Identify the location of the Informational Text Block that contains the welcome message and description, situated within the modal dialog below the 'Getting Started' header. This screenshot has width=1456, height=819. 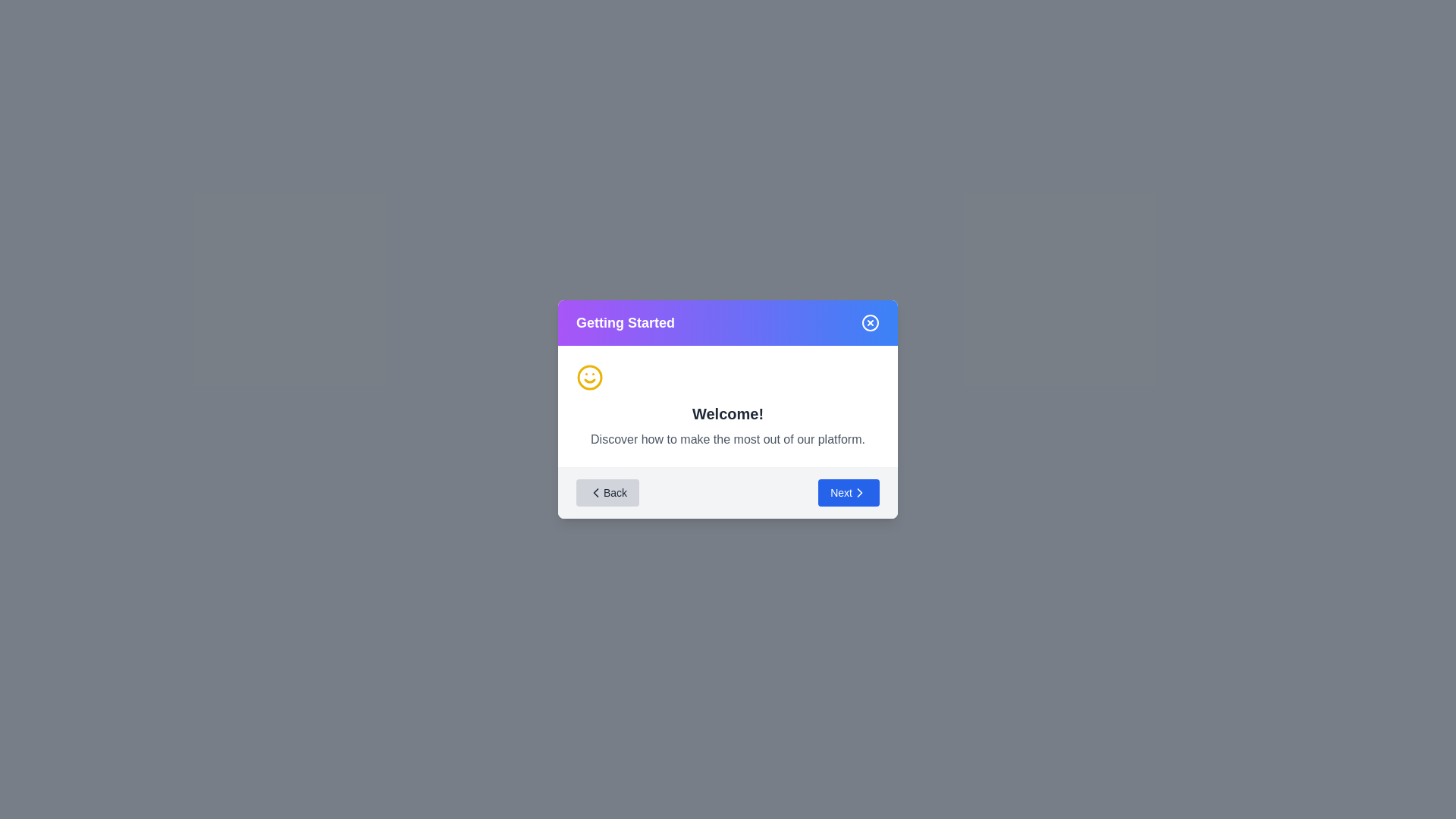
(728, 406).